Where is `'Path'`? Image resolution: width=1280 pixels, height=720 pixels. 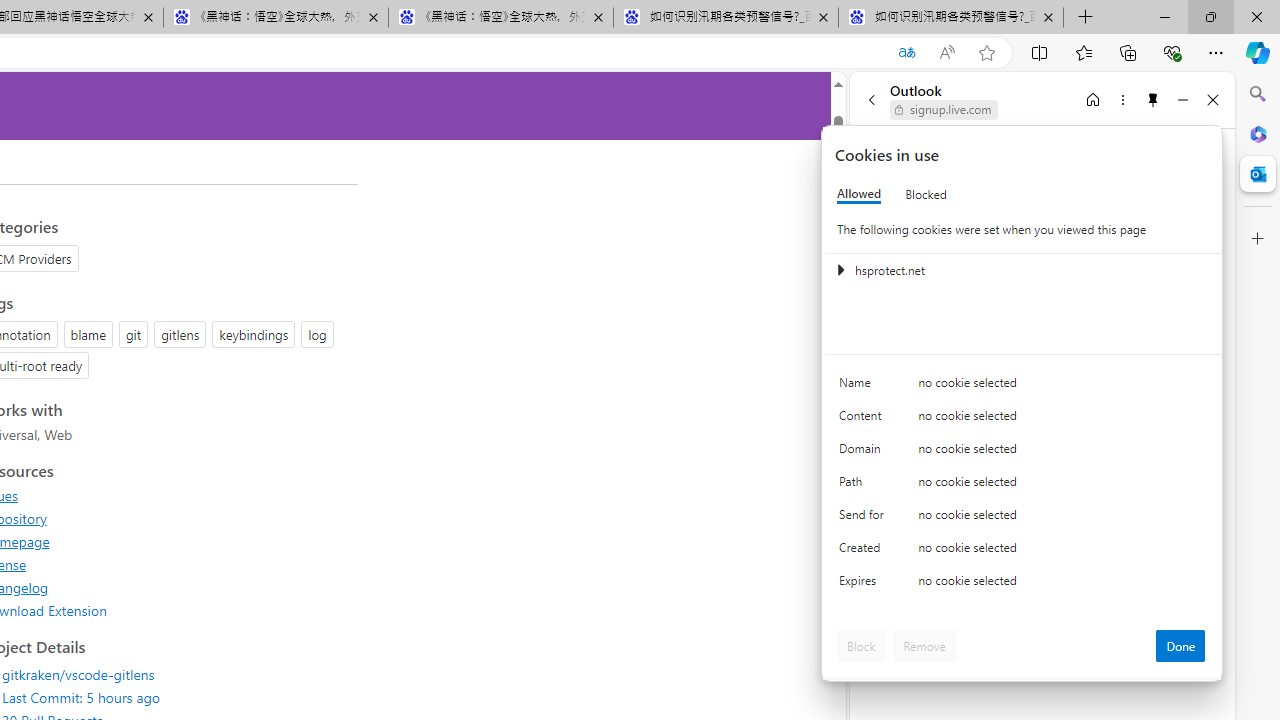 'Path' is located at coordinates (865, 486).